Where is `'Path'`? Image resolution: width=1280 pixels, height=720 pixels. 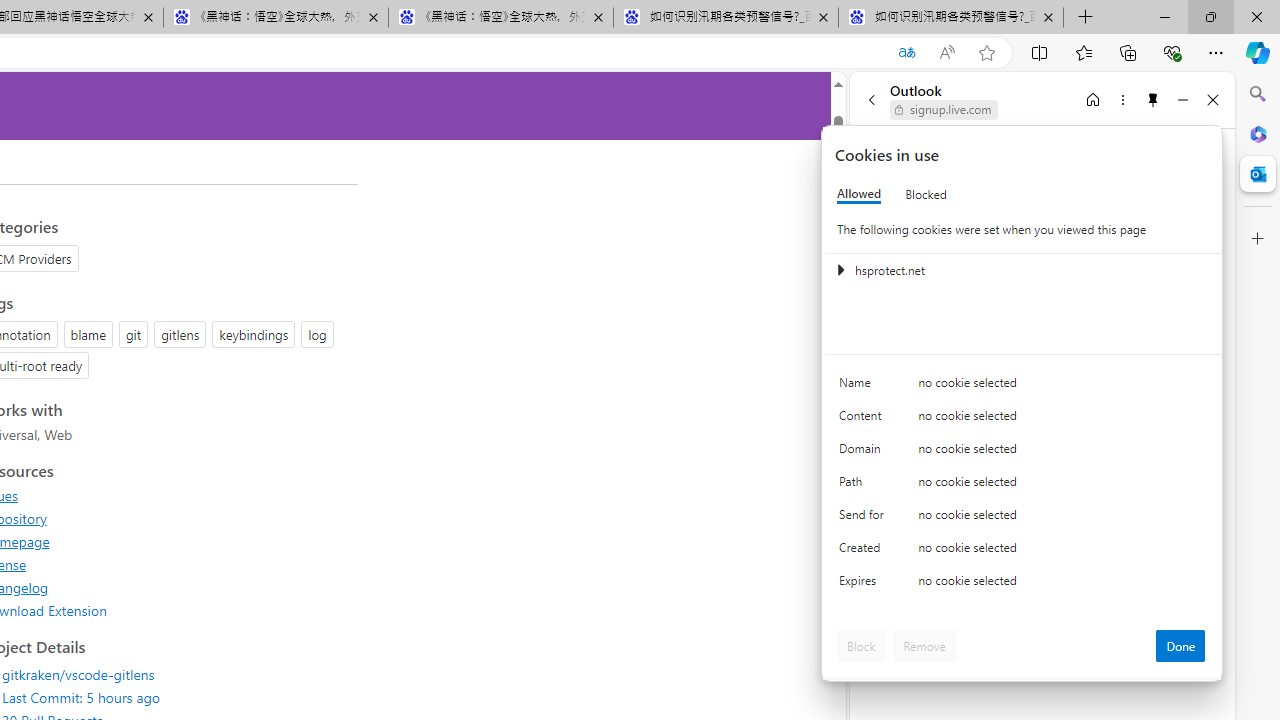 'Path' is located at coordinates (865, 486).